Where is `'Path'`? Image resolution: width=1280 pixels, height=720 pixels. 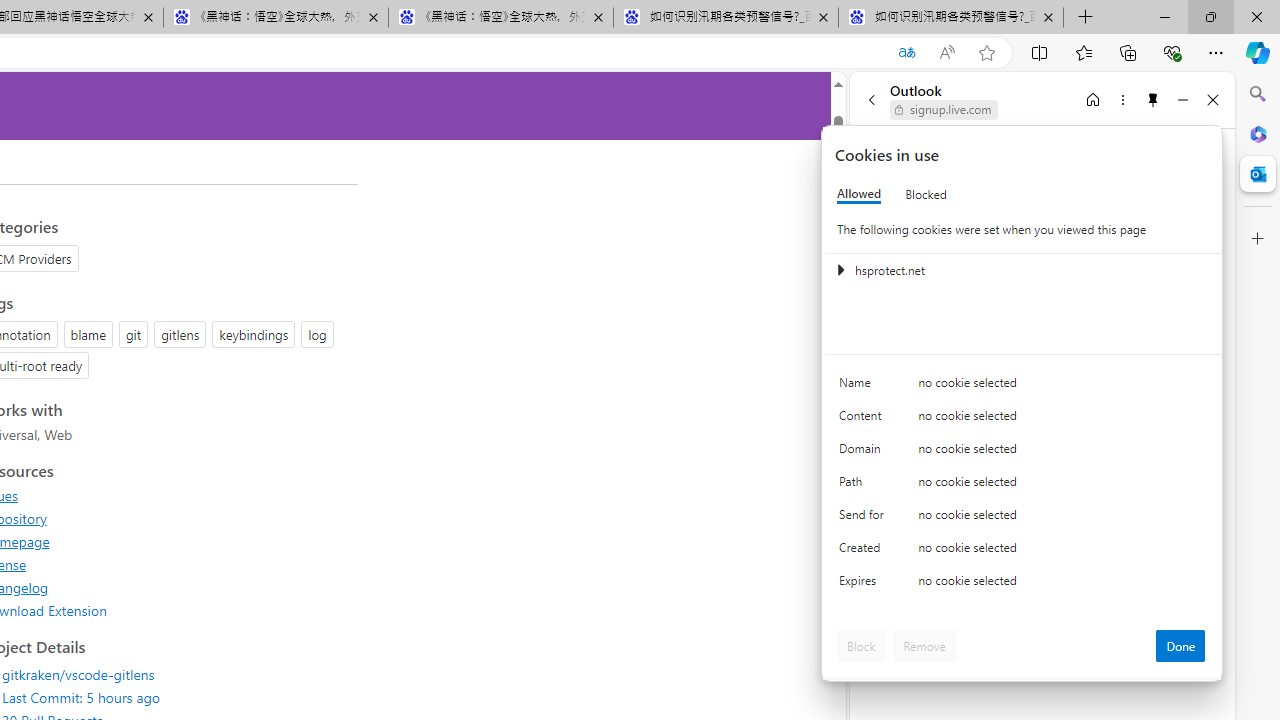 'Path' is located at coordinates (865, 486).